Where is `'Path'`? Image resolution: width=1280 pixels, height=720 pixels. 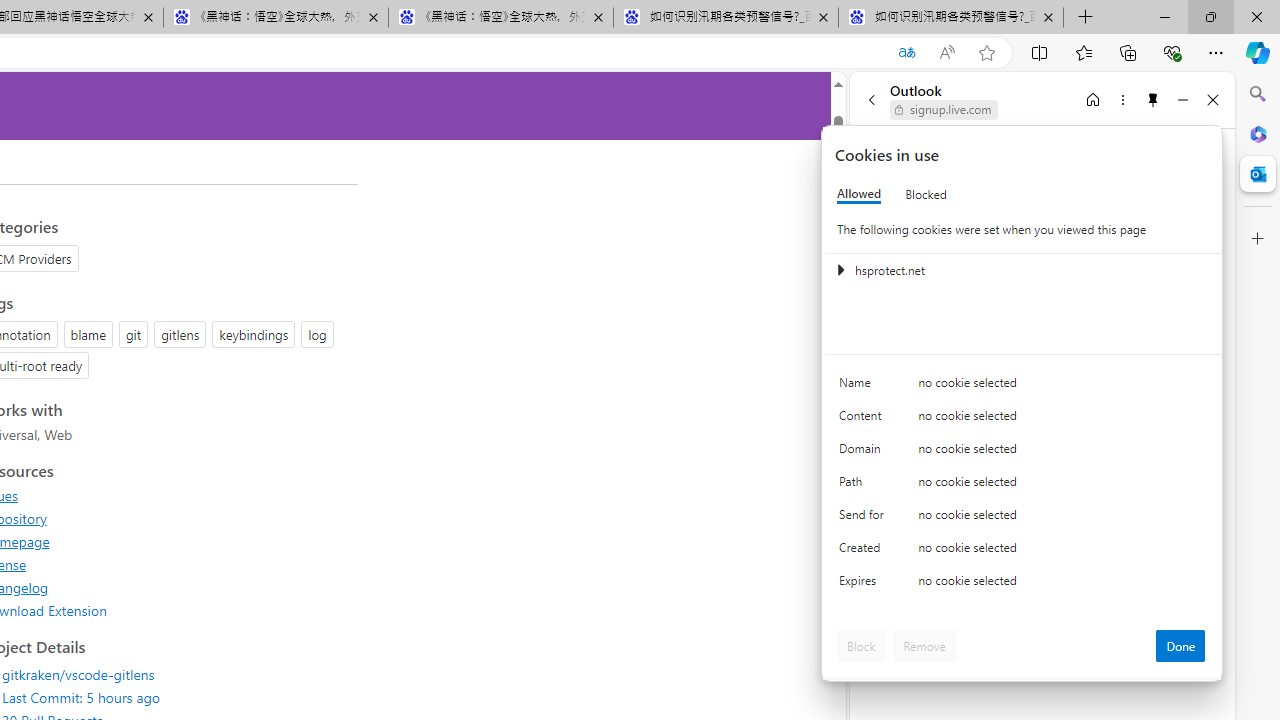 'Path' is located at coordinates (865, 486).